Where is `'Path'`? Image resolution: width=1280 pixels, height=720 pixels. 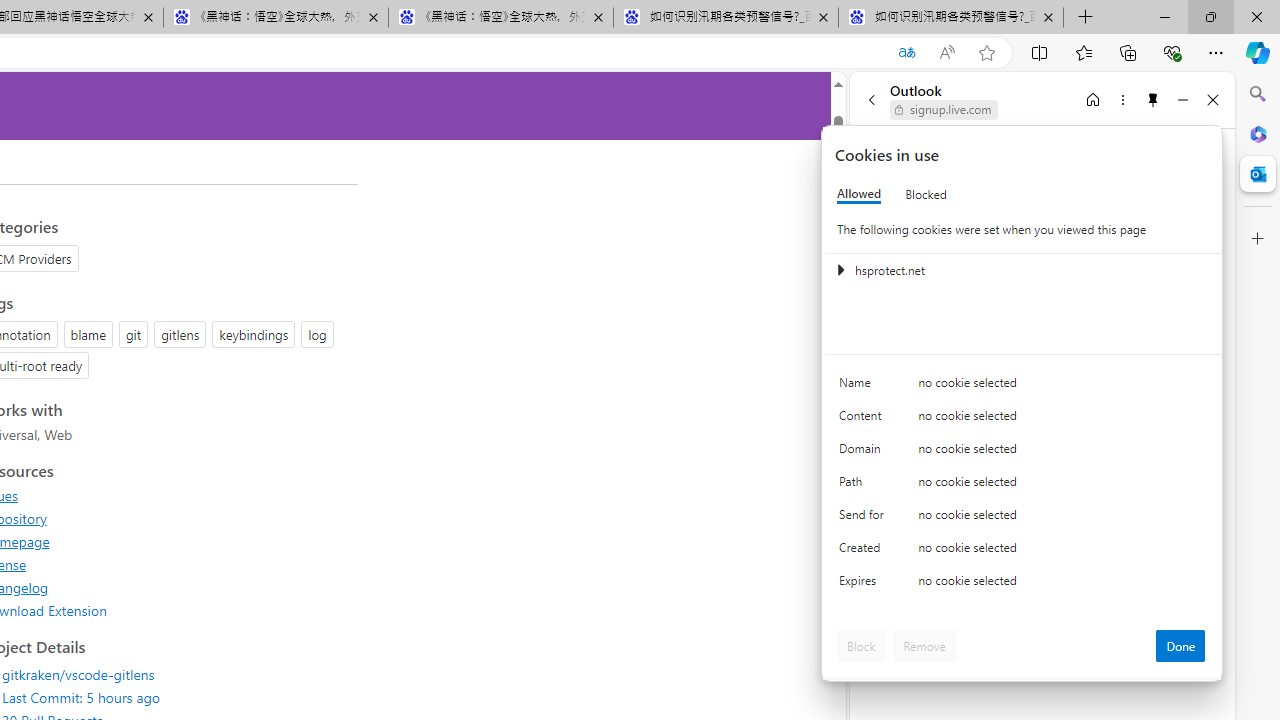 'Path' is located at coordinates (865, 486).